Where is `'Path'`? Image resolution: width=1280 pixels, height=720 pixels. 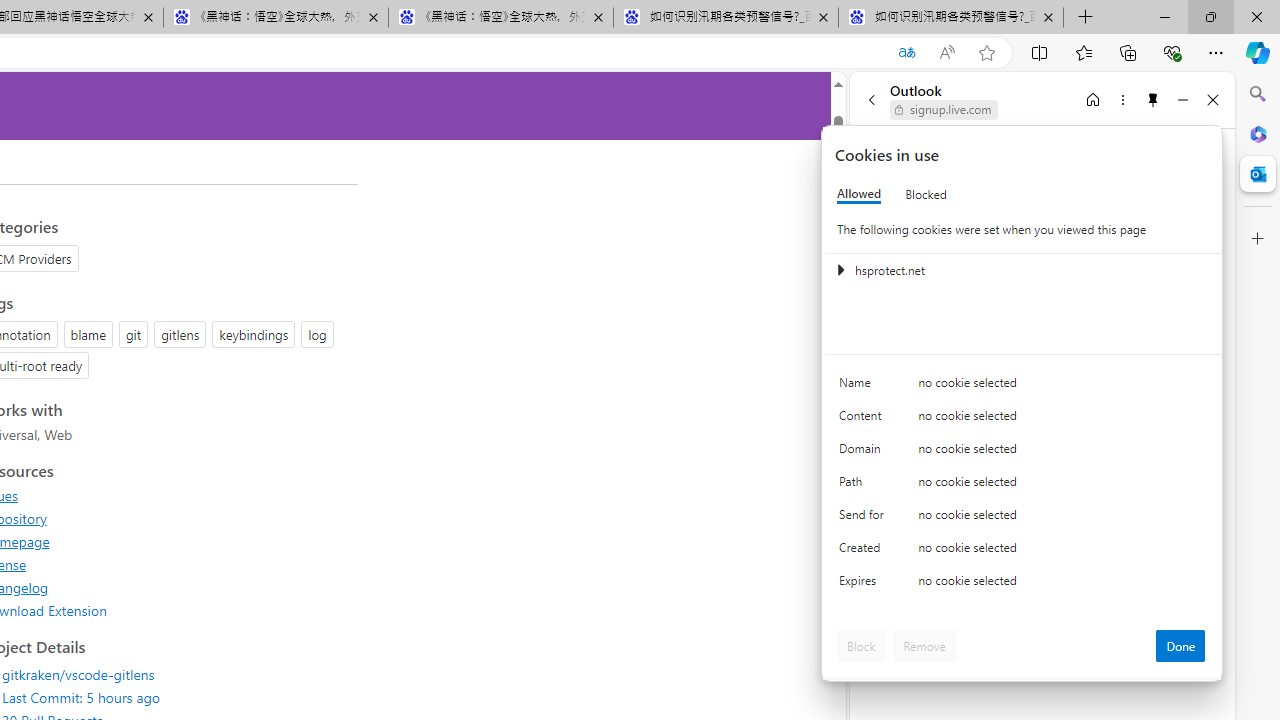 'Path' is located at coordinates (865, 486).